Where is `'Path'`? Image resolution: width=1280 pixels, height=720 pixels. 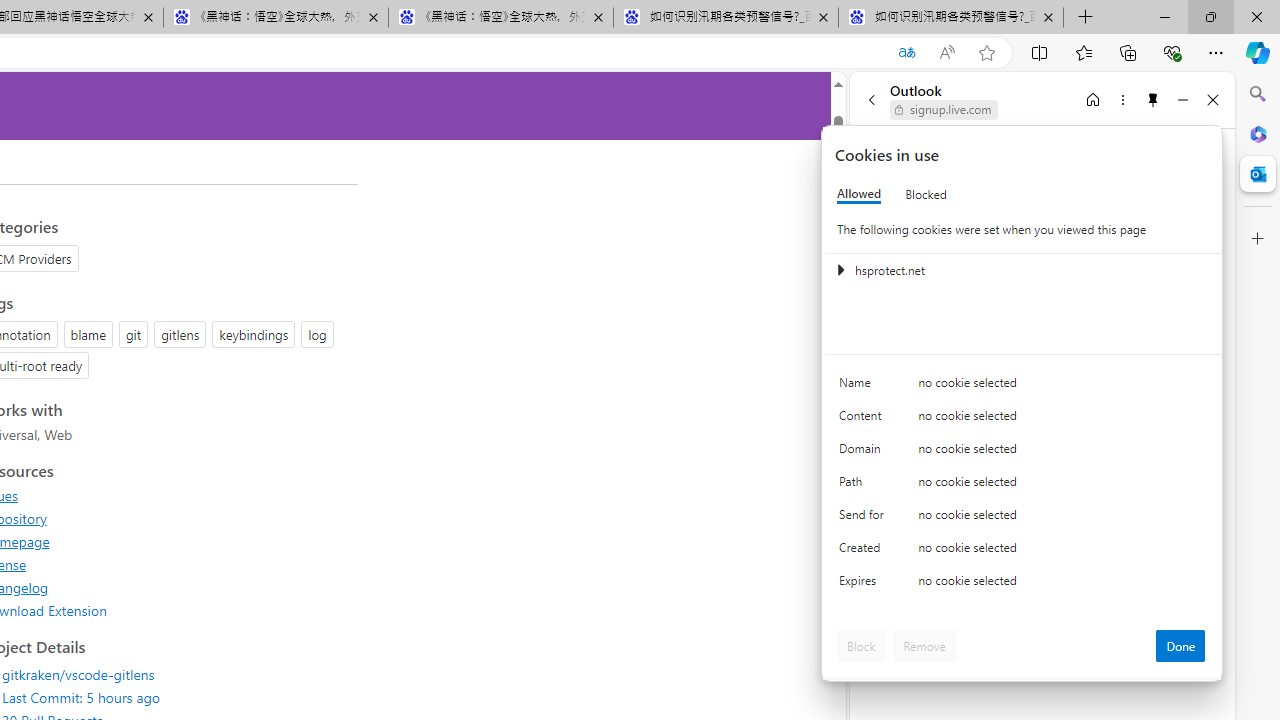 'Path' is located at coordinates (865, 486).